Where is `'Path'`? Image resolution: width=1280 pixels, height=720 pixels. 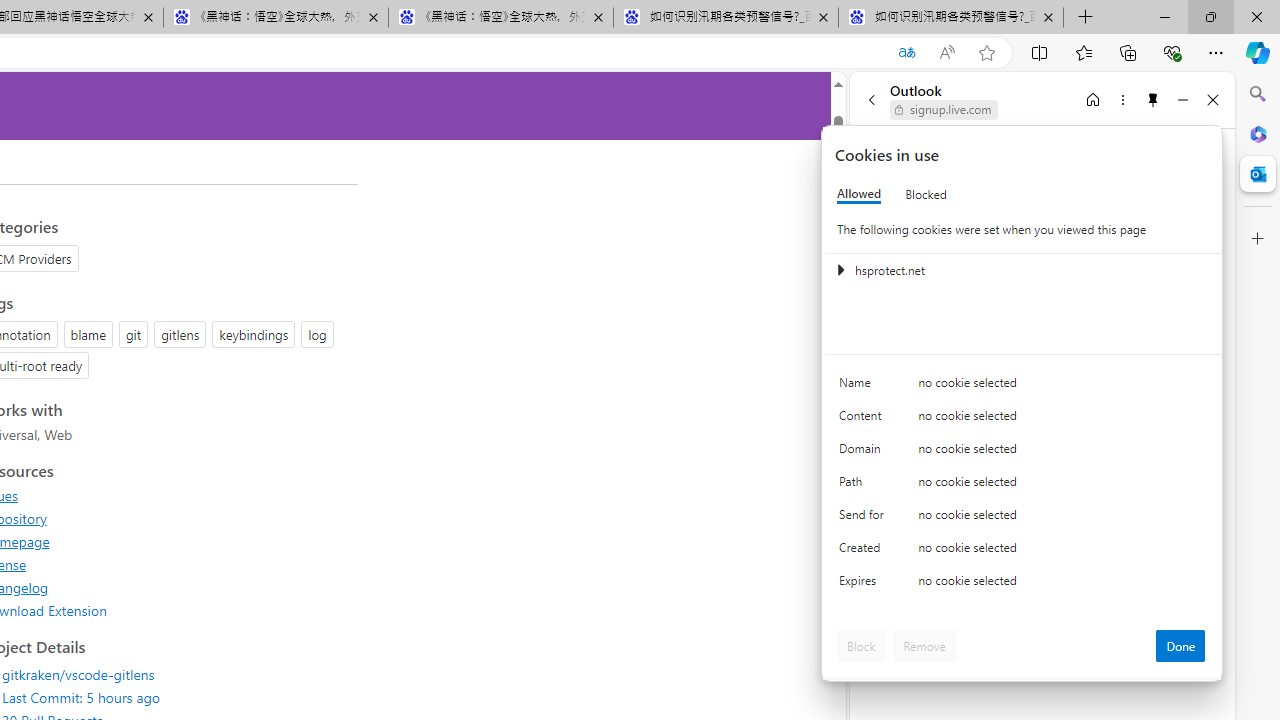 'Path' is located at coordinates (865, 486).